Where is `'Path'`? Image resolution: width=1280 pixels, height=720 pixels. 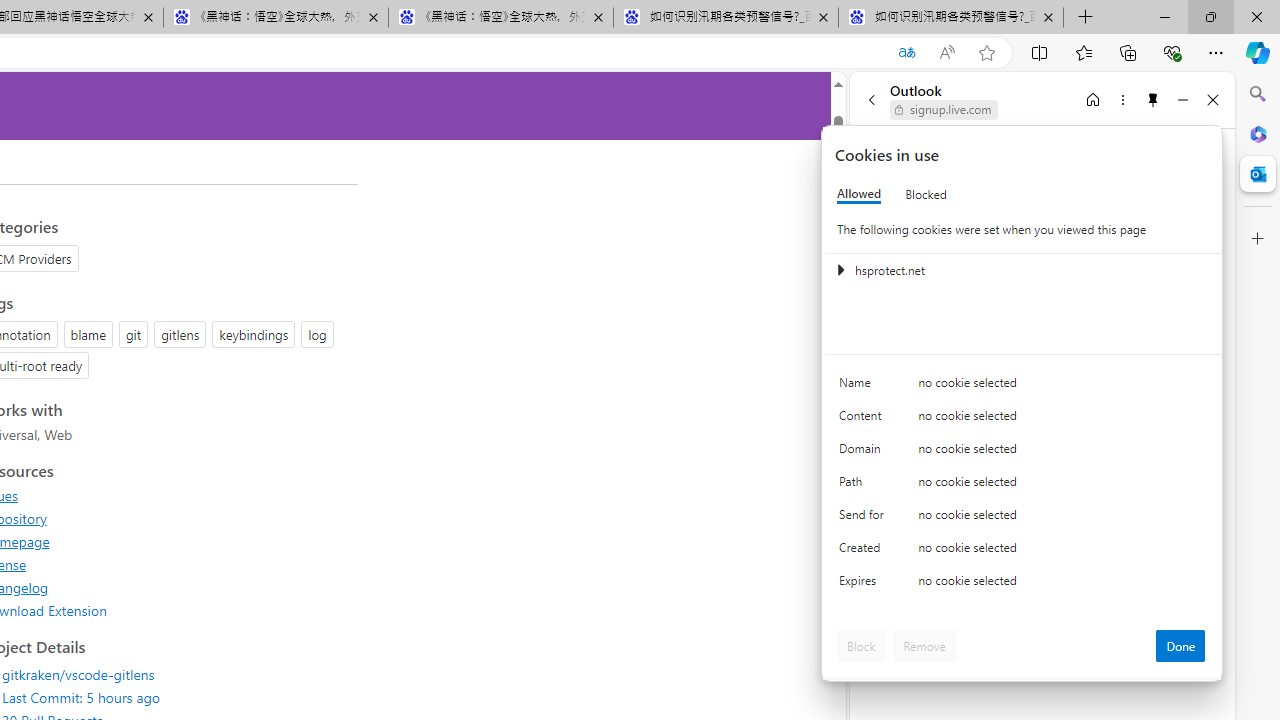 'Path' is located at coordinates (865, 486).